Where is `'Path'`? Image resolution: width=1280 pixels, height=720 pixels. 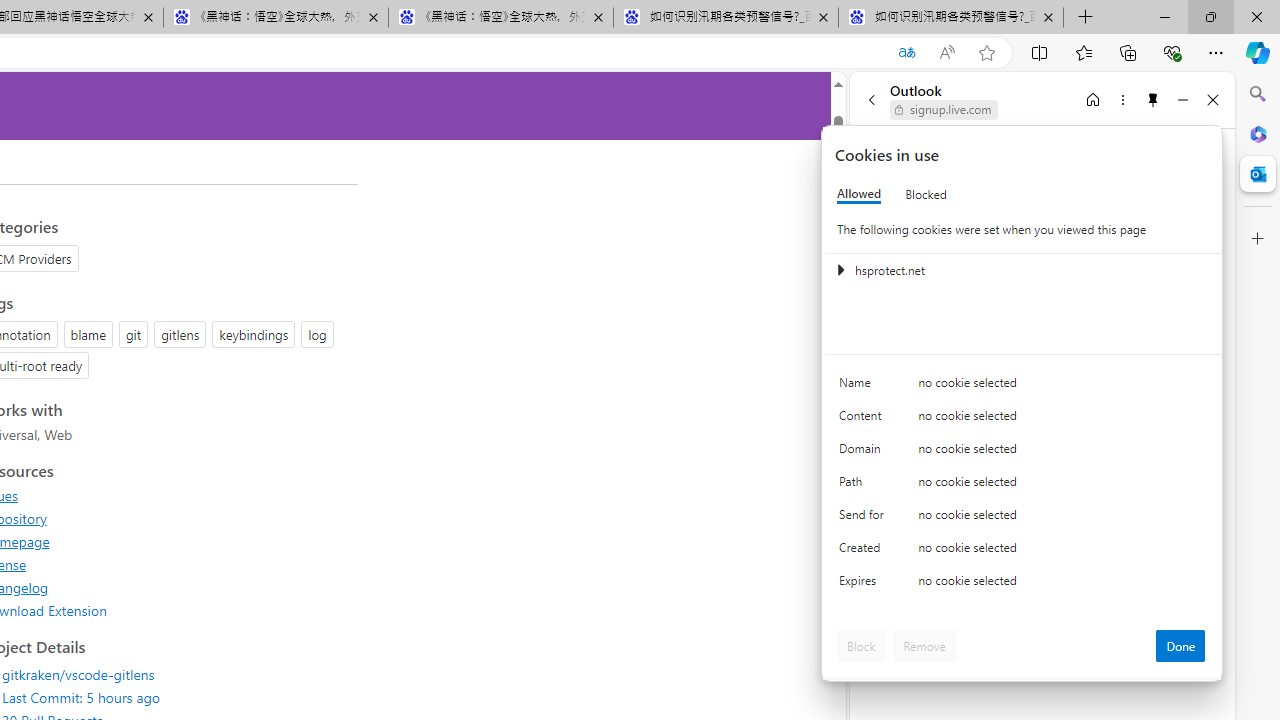 'Path' is located at coordinates (865, 486).